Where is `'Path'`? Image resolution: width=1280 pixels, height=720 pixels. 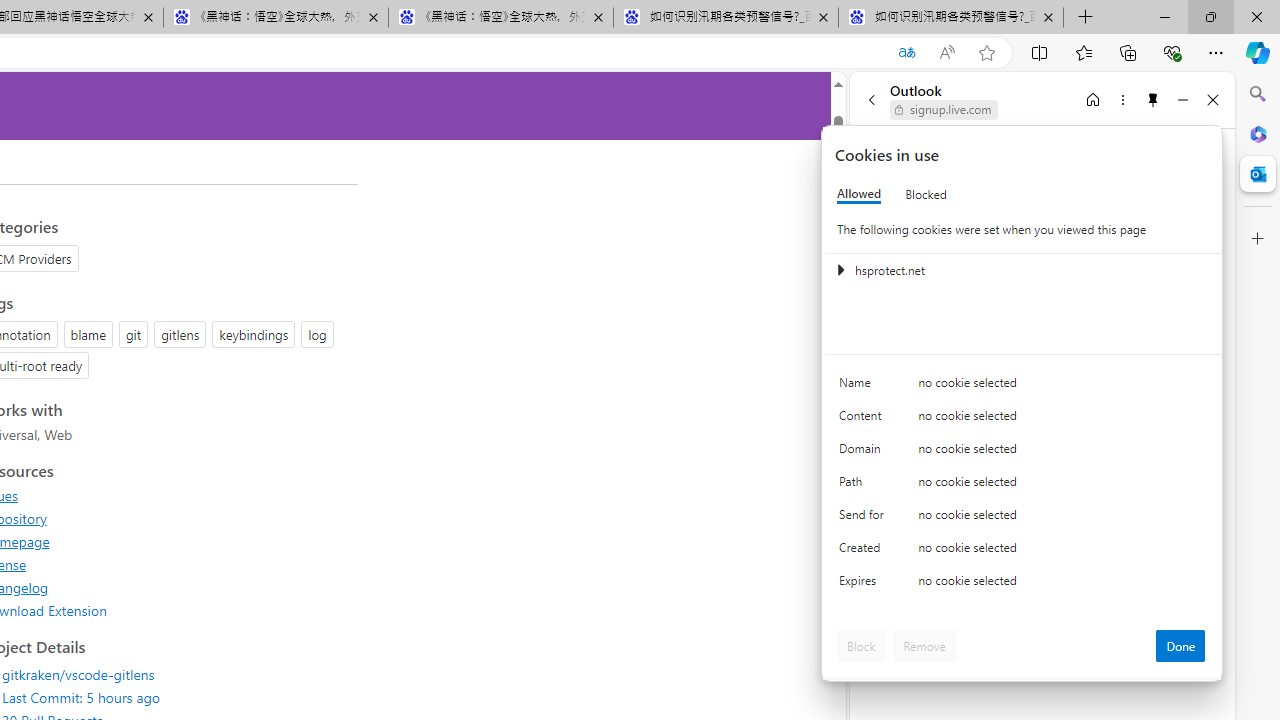 'Path' is located at coordinates (865, 486).